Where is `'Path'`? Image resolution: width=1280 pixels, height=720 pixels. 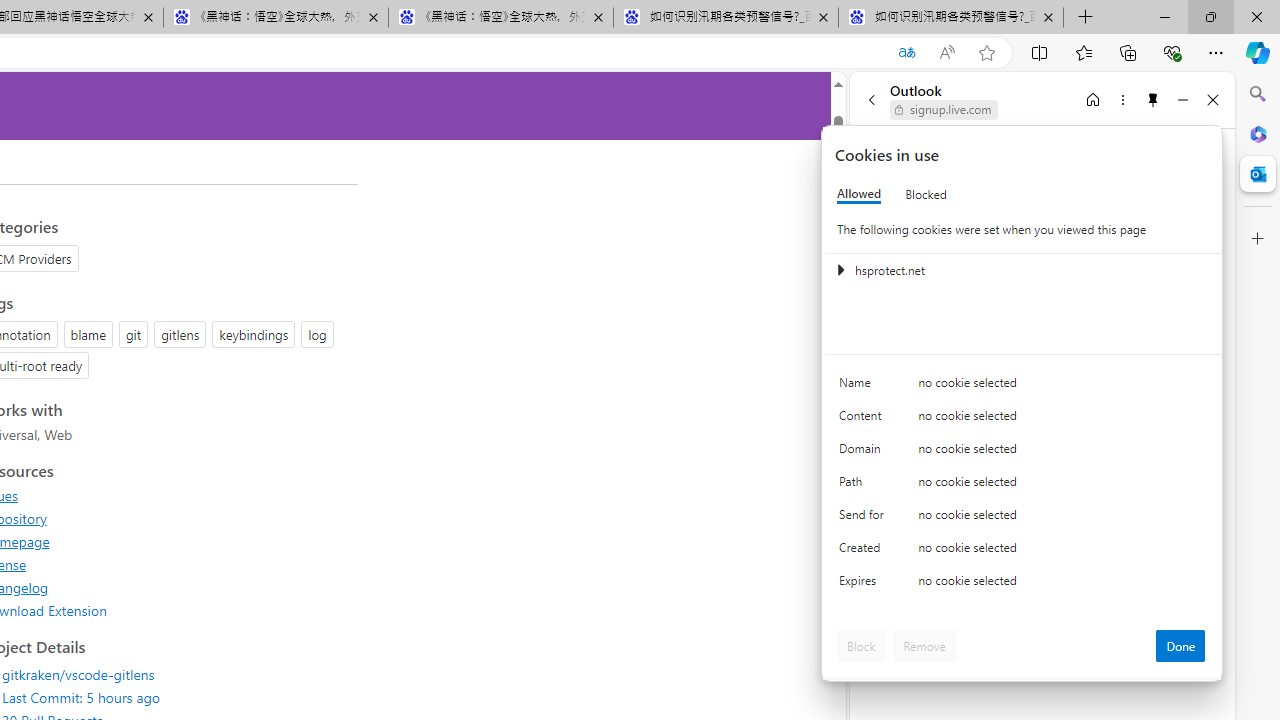 'Path' is located at coordinates (865, 486).